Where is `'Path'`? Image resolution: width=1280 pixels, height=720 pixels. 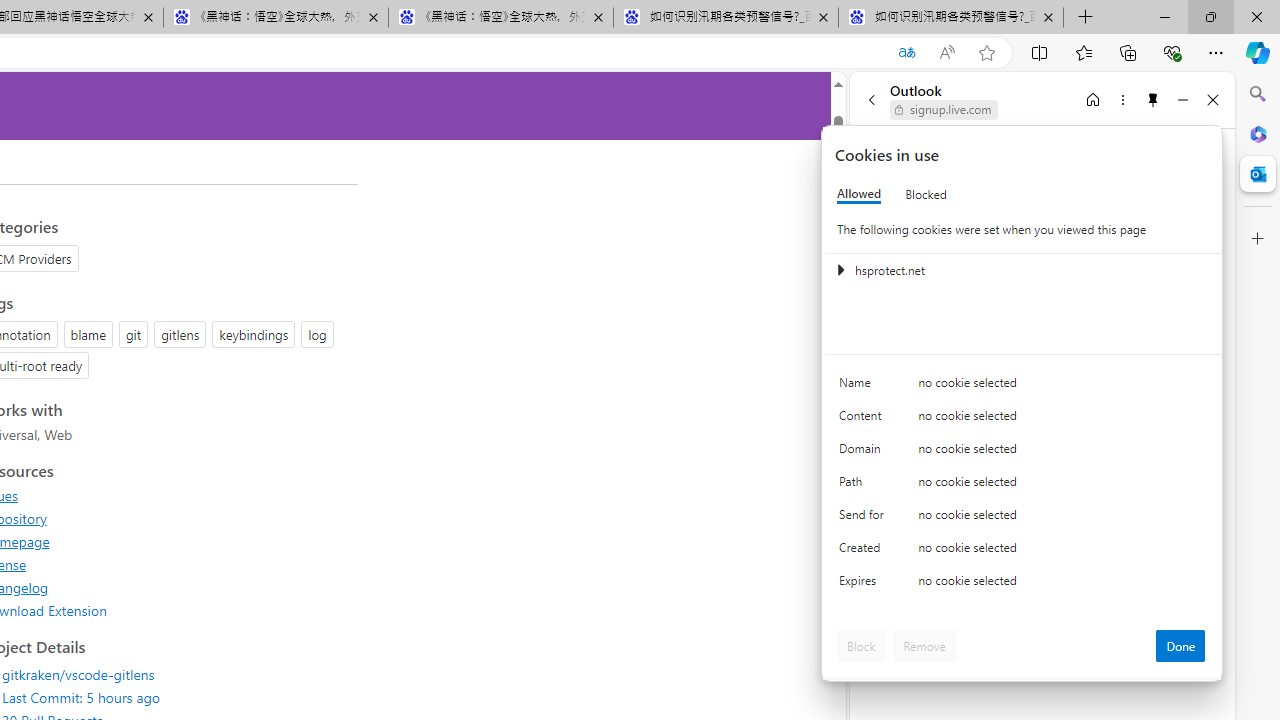 'Path' is located at coordinates (865, 486).